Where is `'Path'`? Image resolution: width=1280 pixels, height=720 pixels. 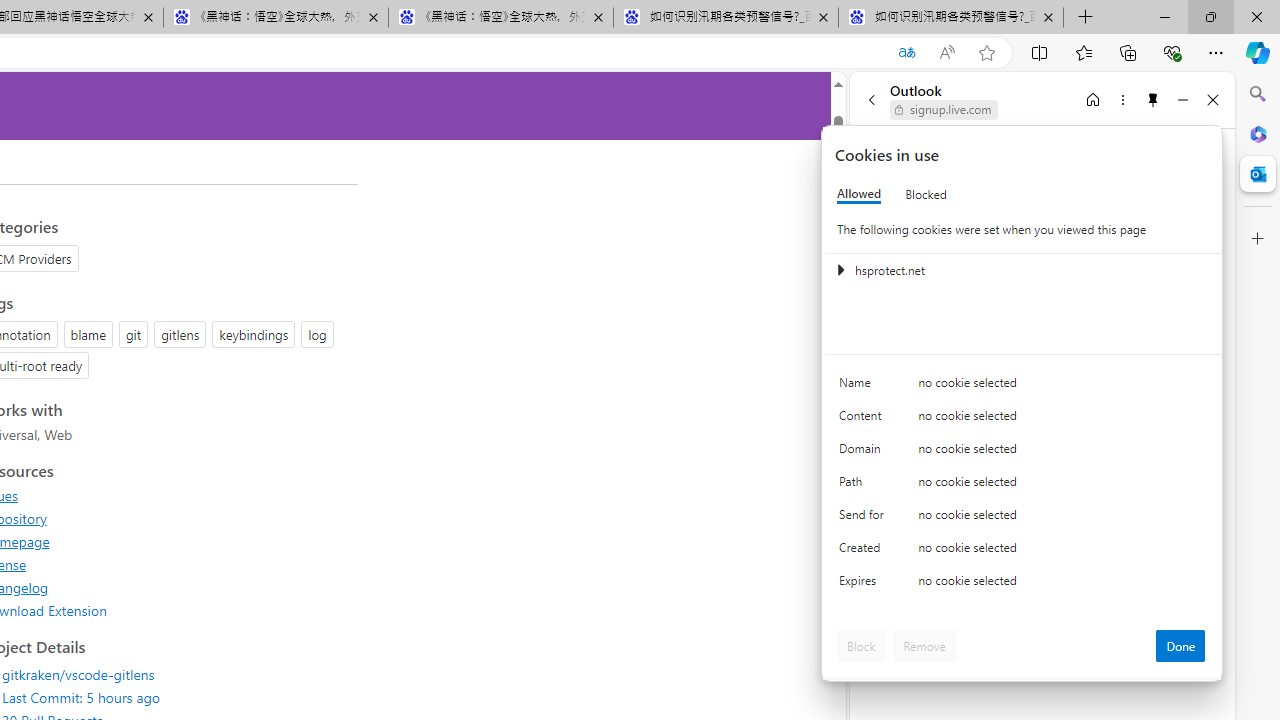 'Path' is located at coordinates (865, 486).